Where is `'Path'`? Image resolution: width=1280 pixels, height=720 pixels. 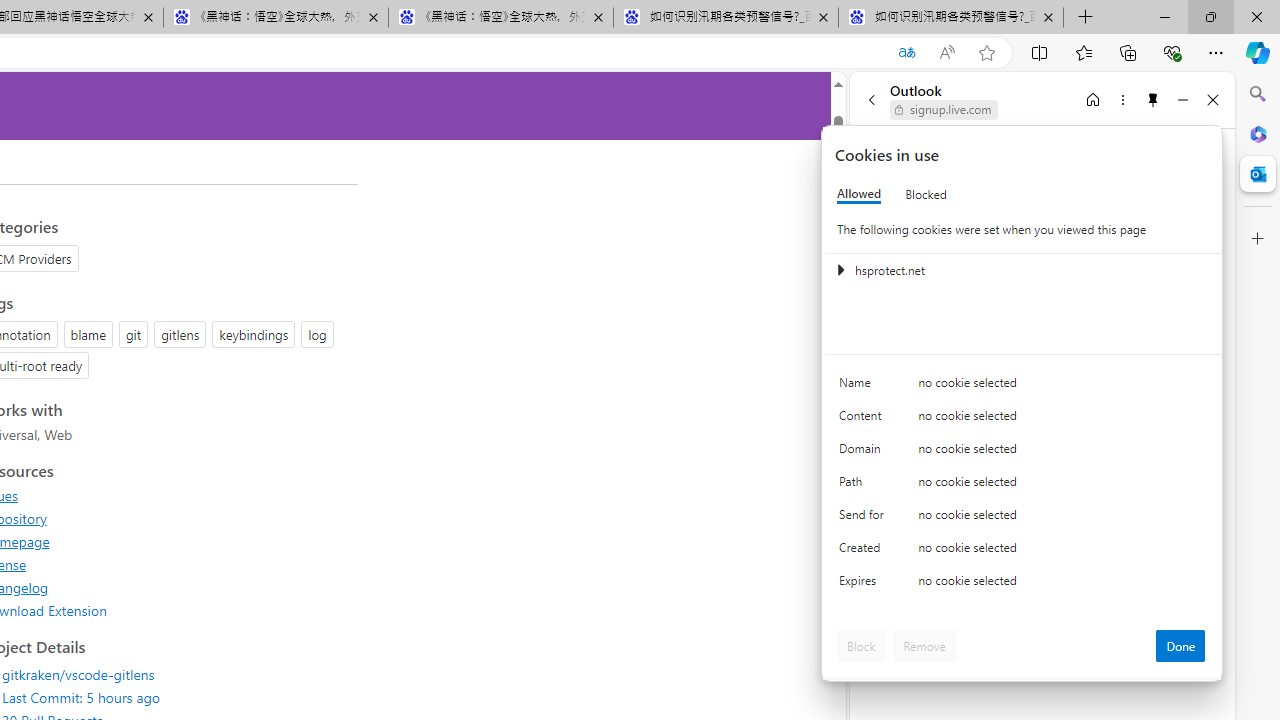 'Path' is located at coordinates (865, 486).